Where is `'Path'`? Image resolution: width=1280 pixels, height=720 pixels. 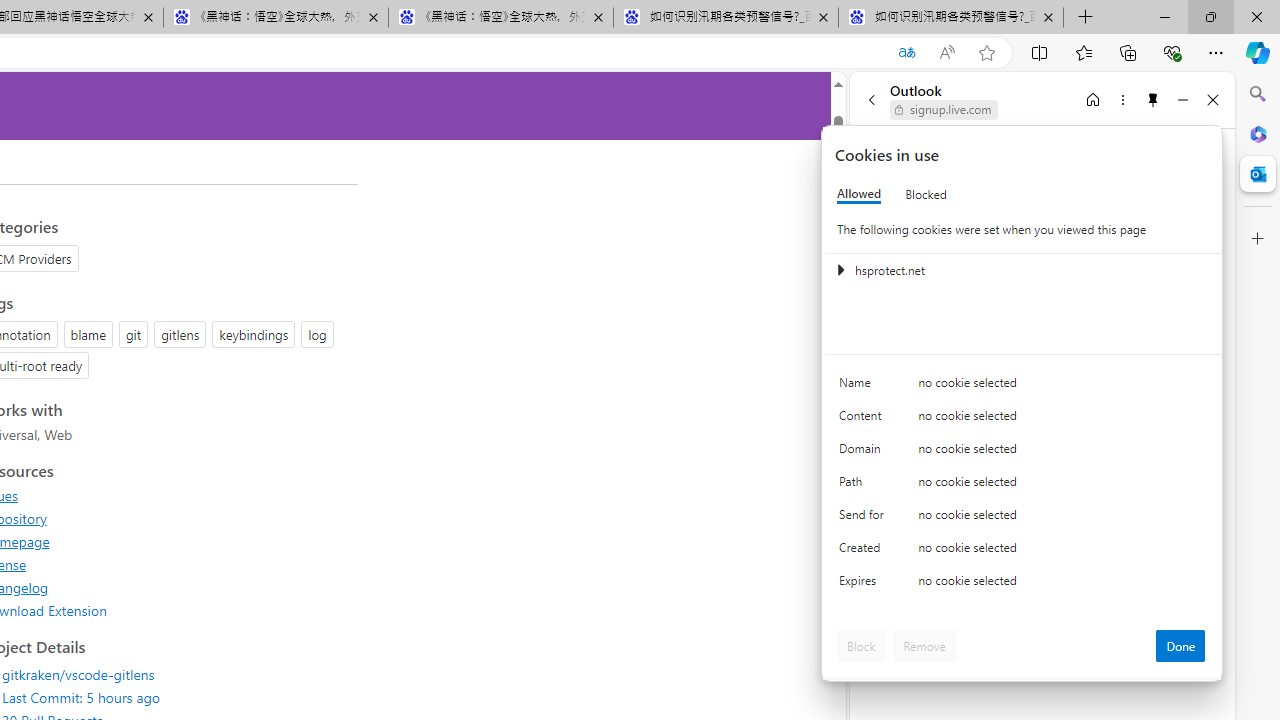 'Path' is located at coordinates (865, 486).